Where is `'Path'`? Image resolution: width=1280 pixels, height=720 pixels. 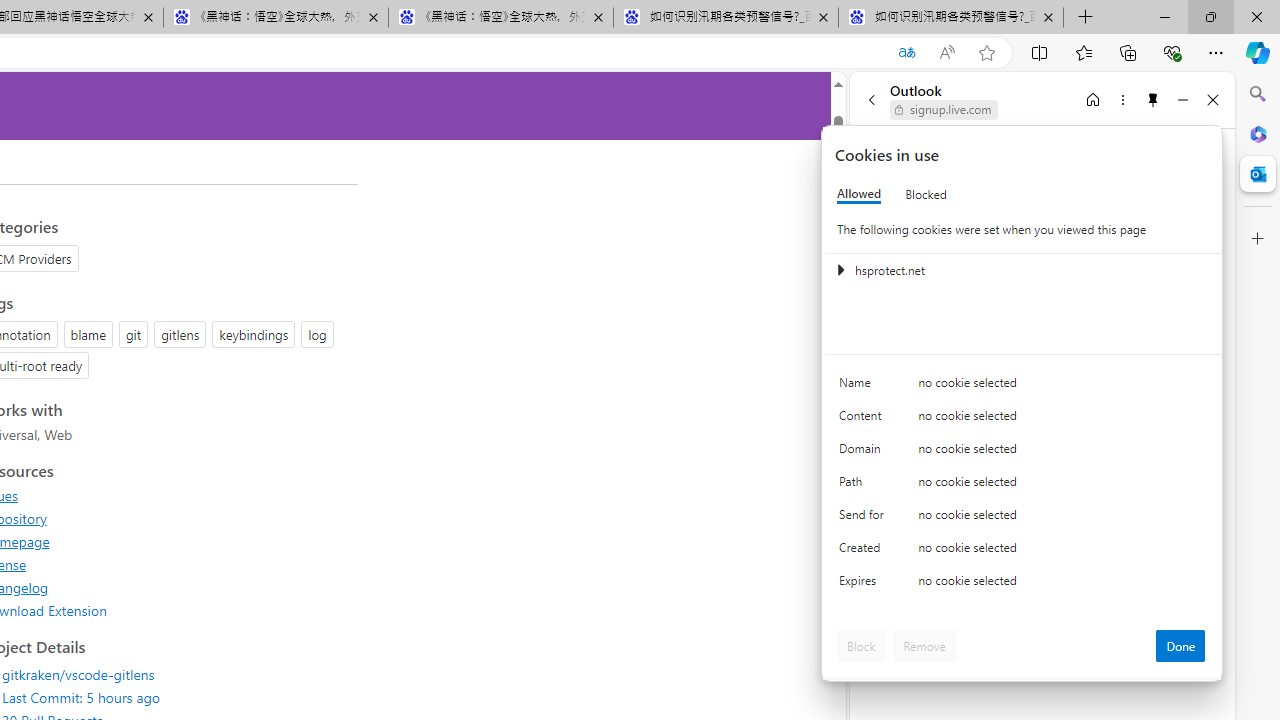 'Path' is located at coordinates (865, 486).